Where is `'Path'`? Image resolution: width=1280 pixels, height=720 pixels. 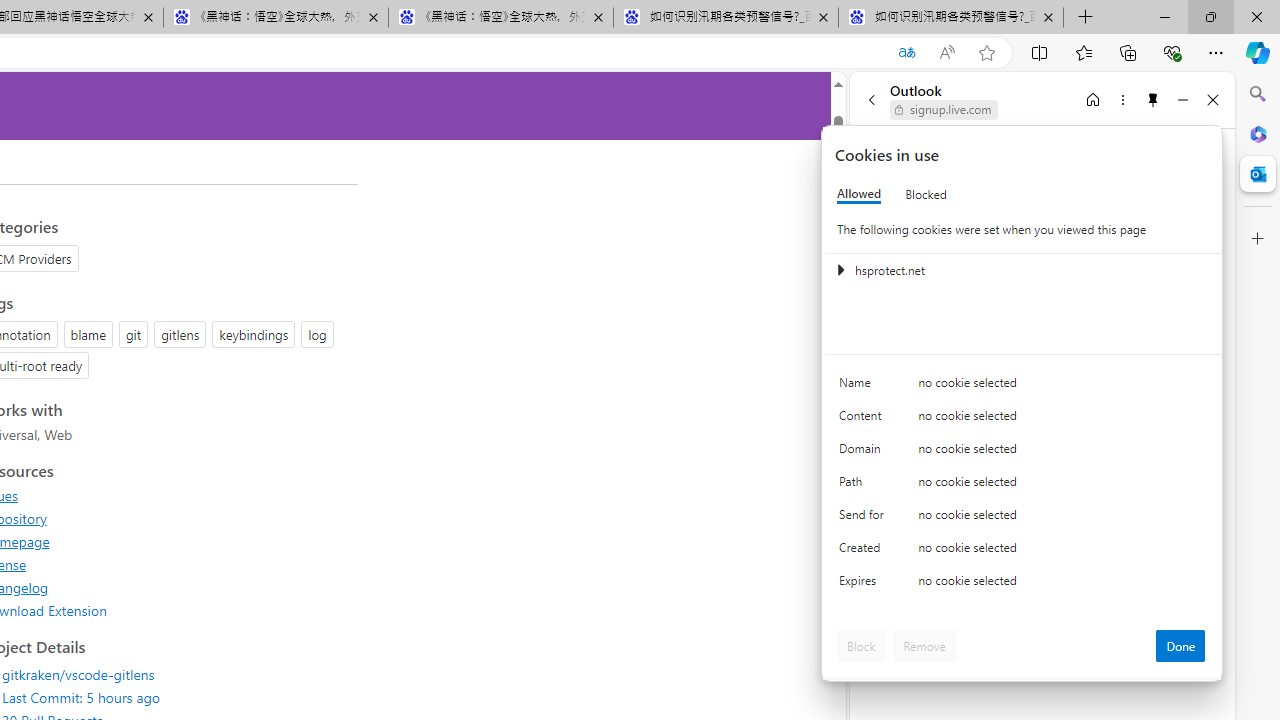 'Path' is located at coordinates (865, 486).